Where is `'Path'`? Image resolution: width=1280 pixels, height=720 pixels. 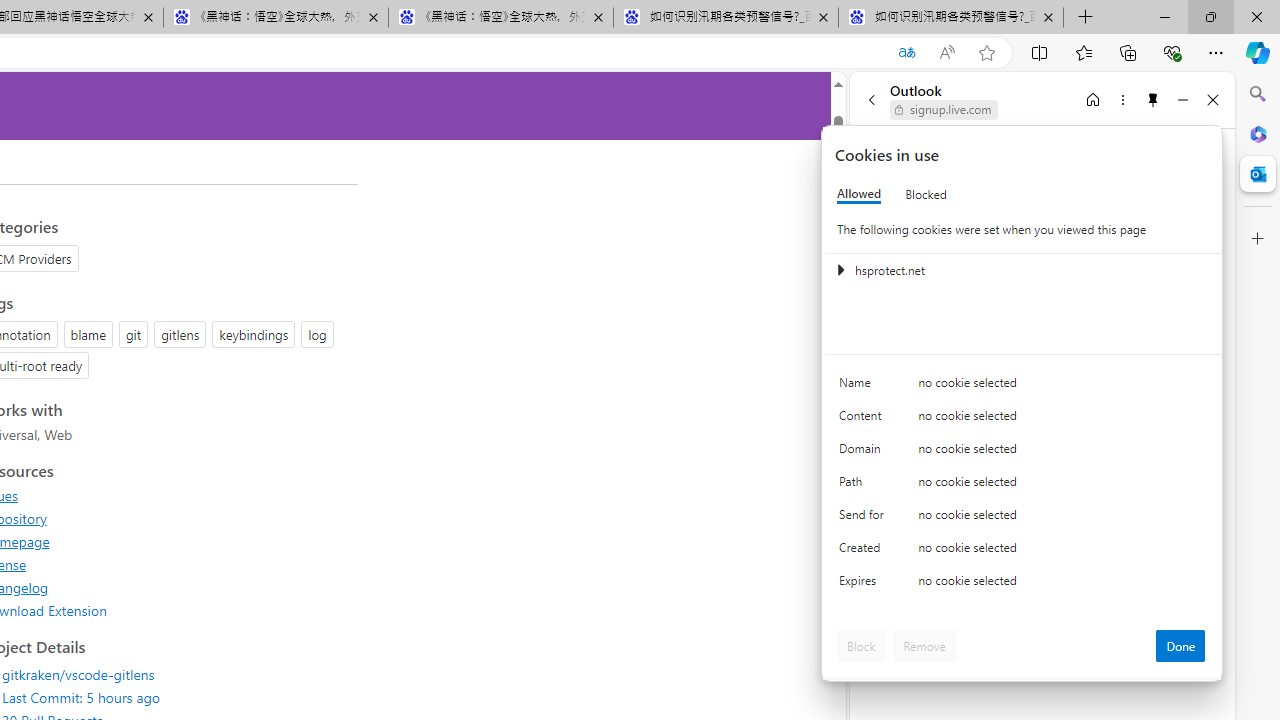 'Path' is located at coordinates (865, 486).